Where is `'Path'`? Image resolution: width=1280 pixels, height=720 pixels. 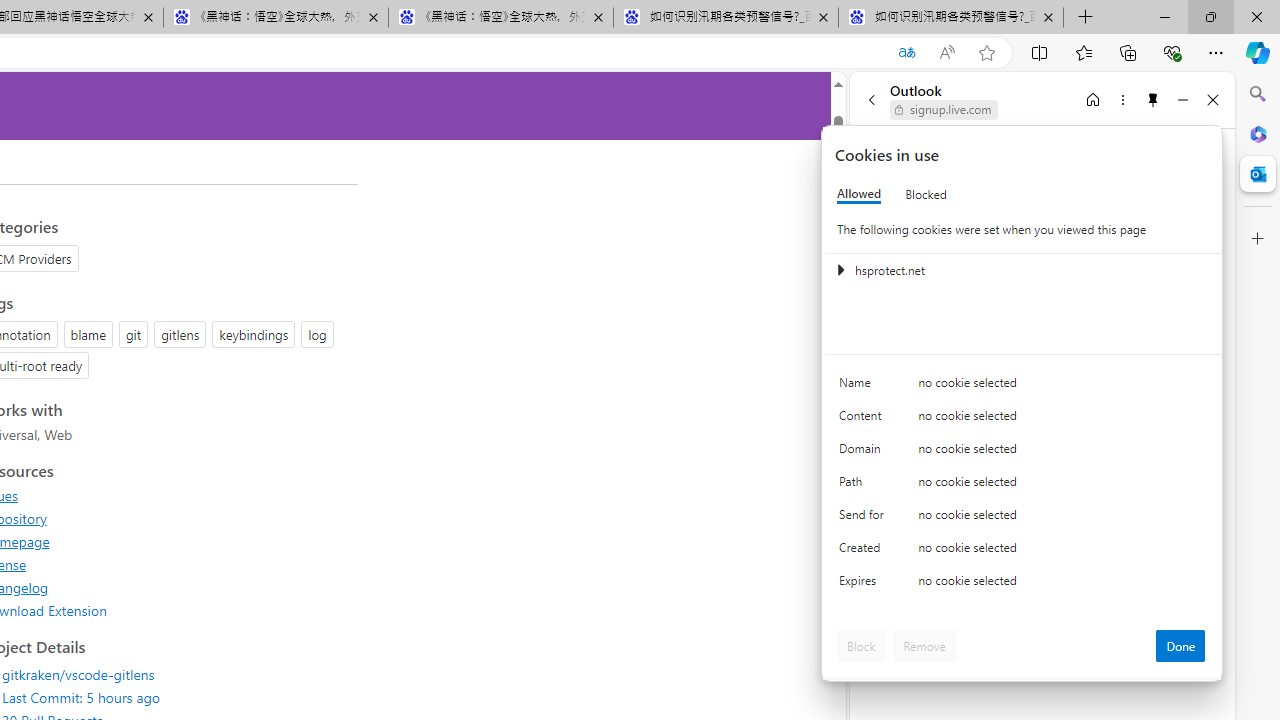 'Path' is located at coordinates (865, 486).